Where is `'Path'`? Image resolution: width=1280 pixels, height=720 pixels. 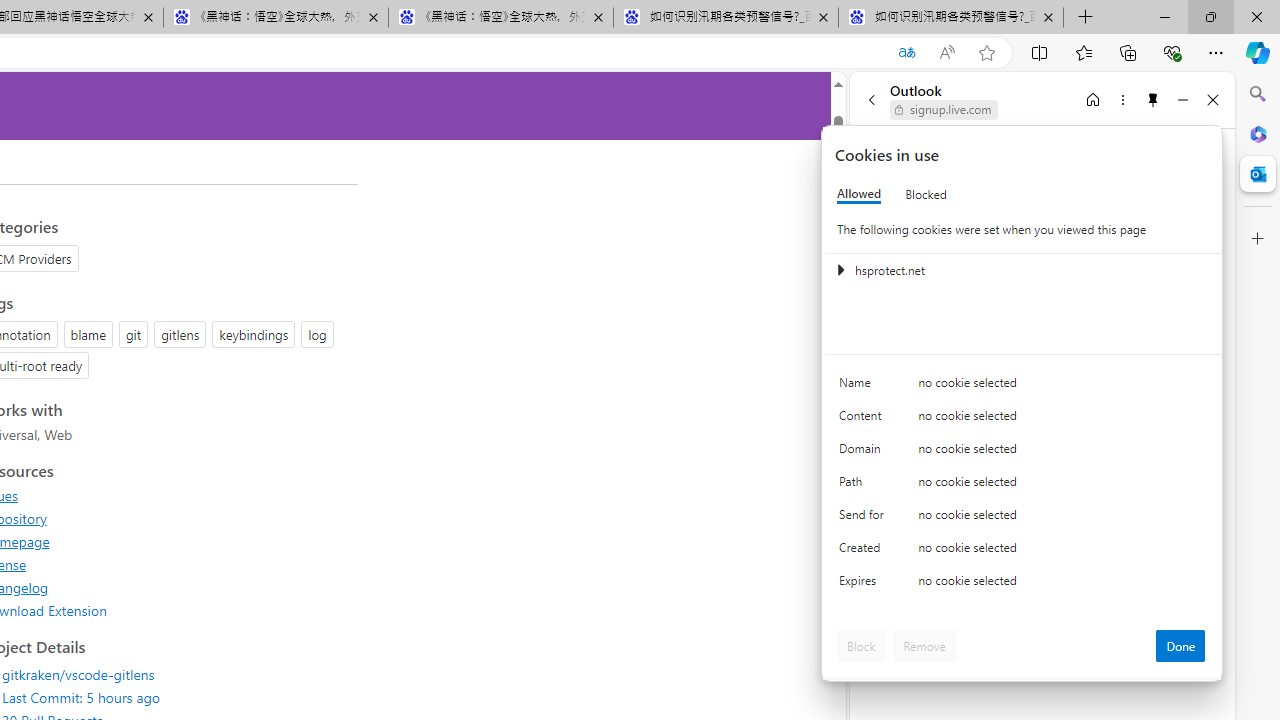 'Path' is located at coordinates (865, 486).